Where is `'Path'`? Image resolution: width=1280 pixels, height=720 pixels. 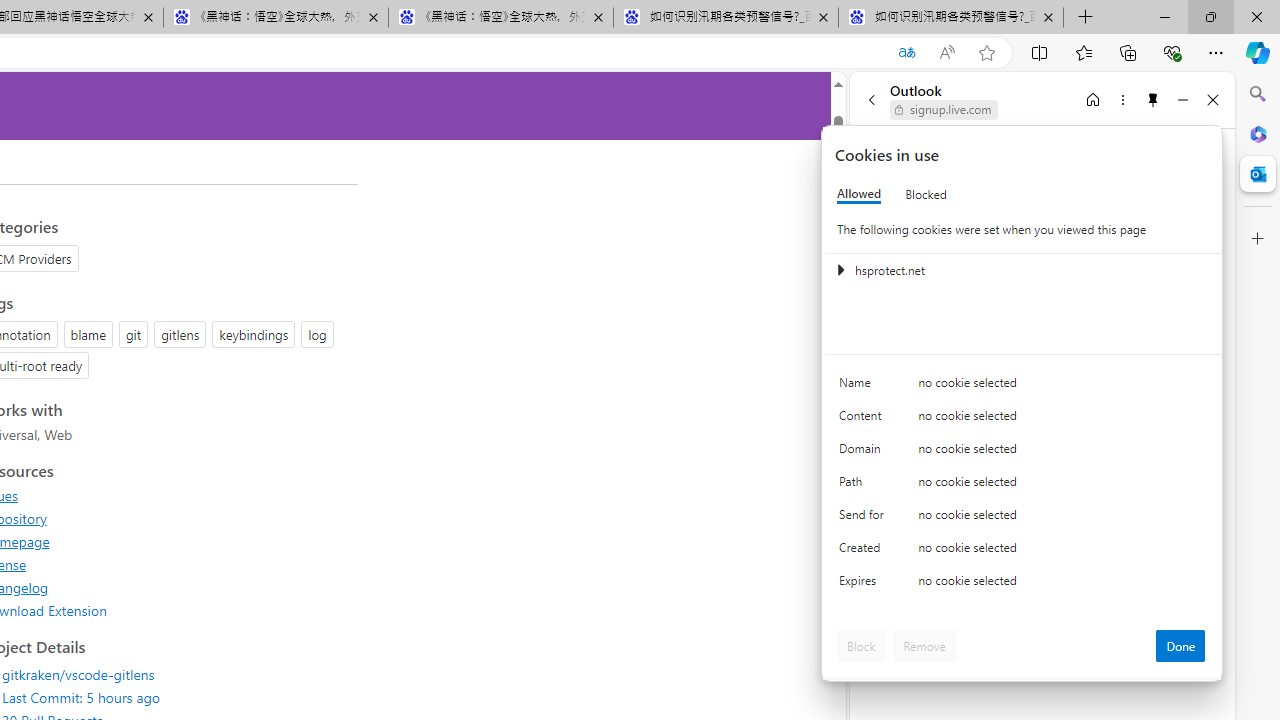 'Path' is located at coordinates (865, 486).